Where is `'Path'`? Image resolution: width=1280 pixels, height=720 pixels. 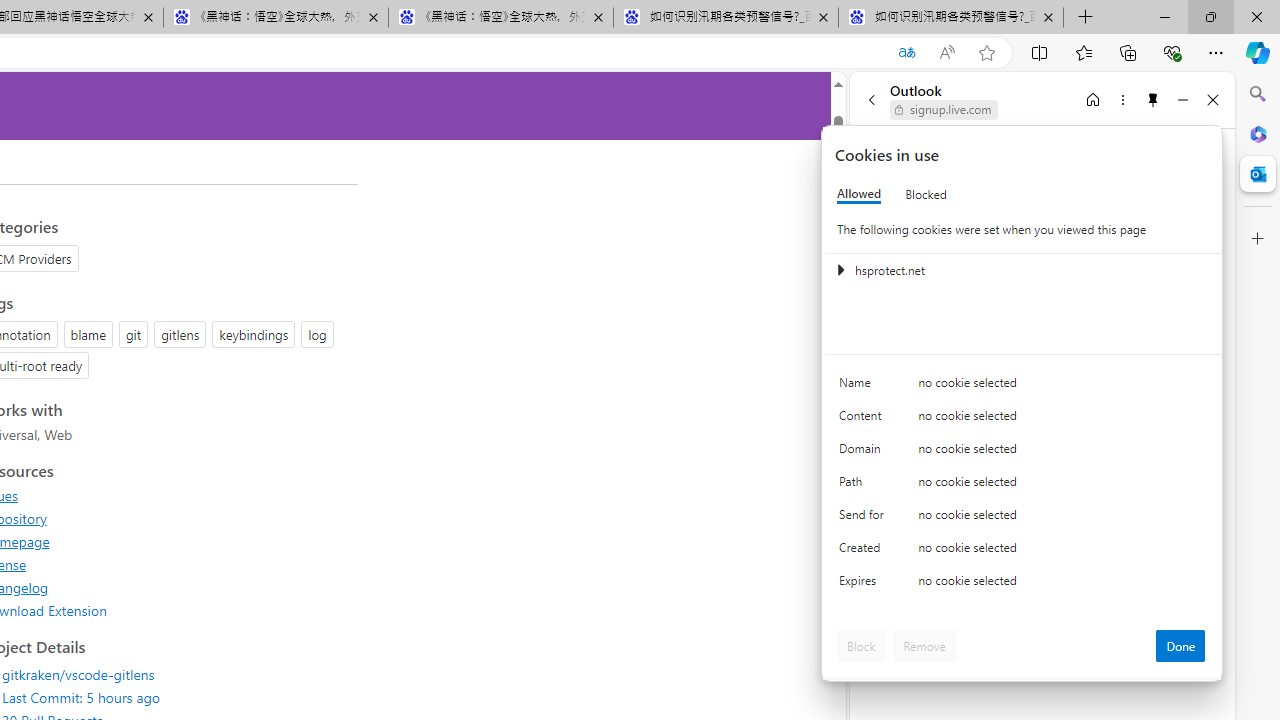 'Path' is located at coordinates (865, 486).